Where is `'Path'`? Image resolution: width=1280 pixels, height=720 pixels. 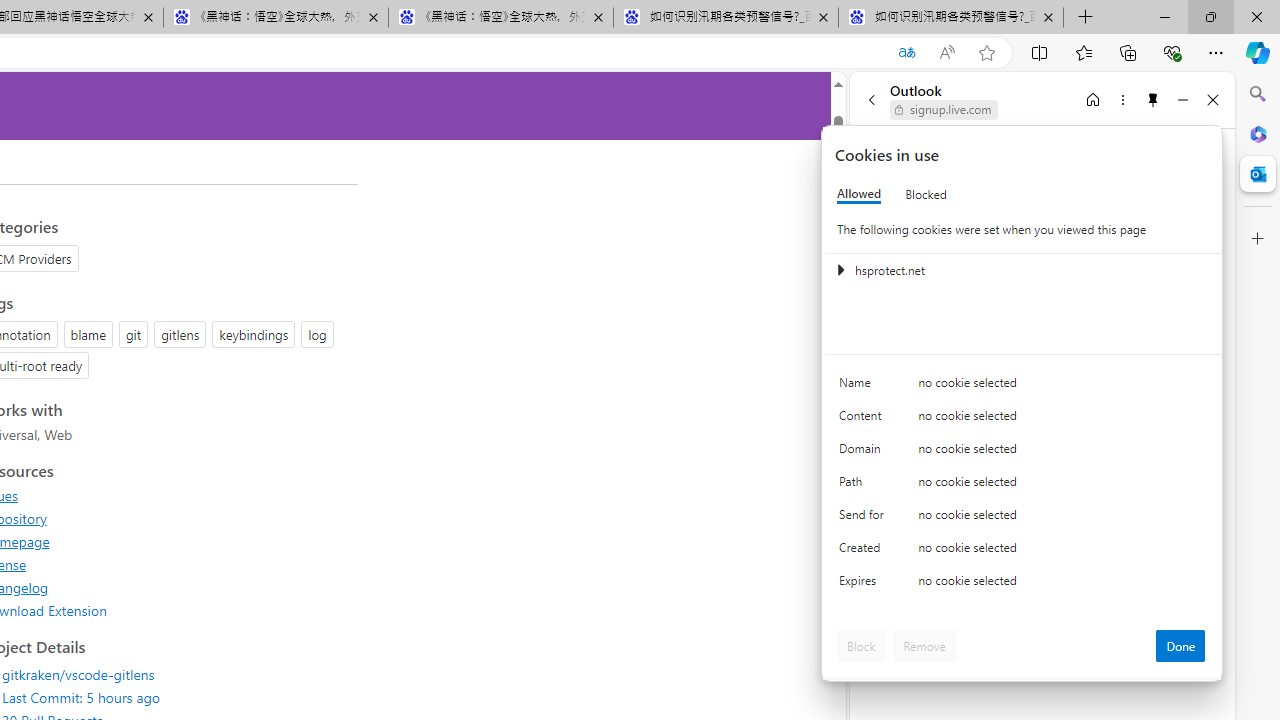 'Path' is located at coordinates (865, 486).